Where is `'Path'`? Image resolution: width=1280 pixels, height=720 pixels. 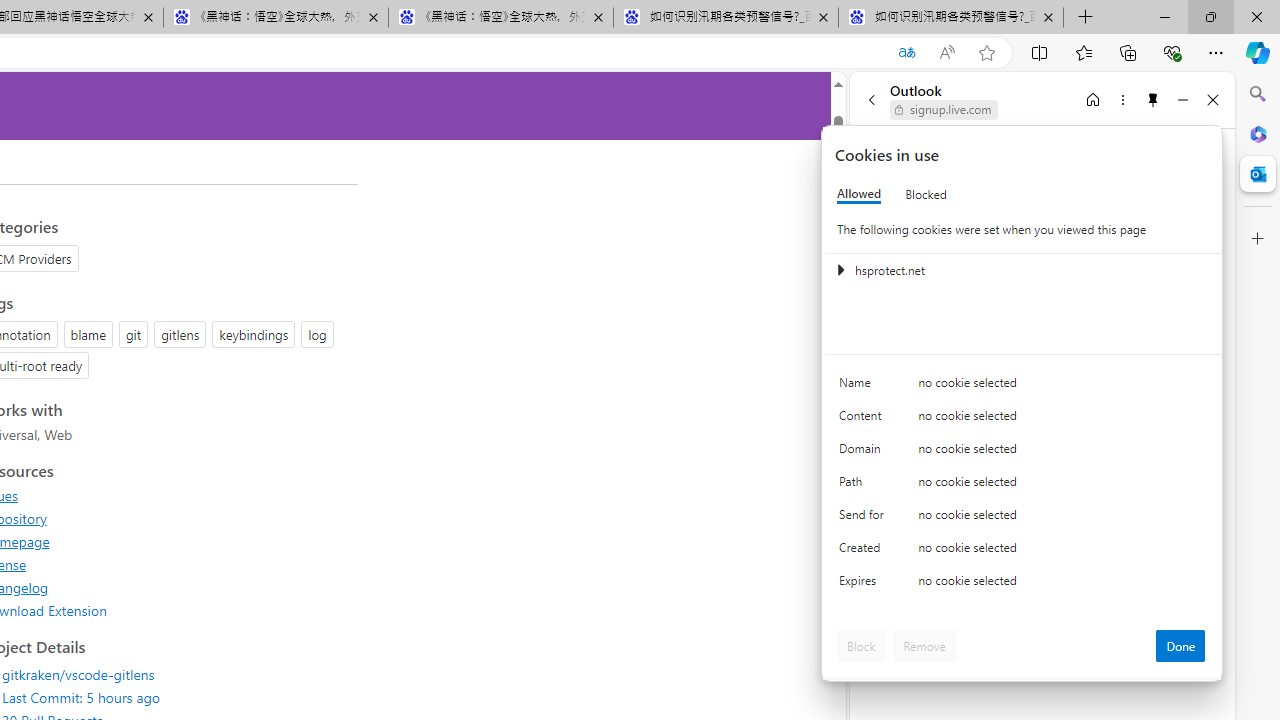 'Path' is located at coordinates (865, 486).